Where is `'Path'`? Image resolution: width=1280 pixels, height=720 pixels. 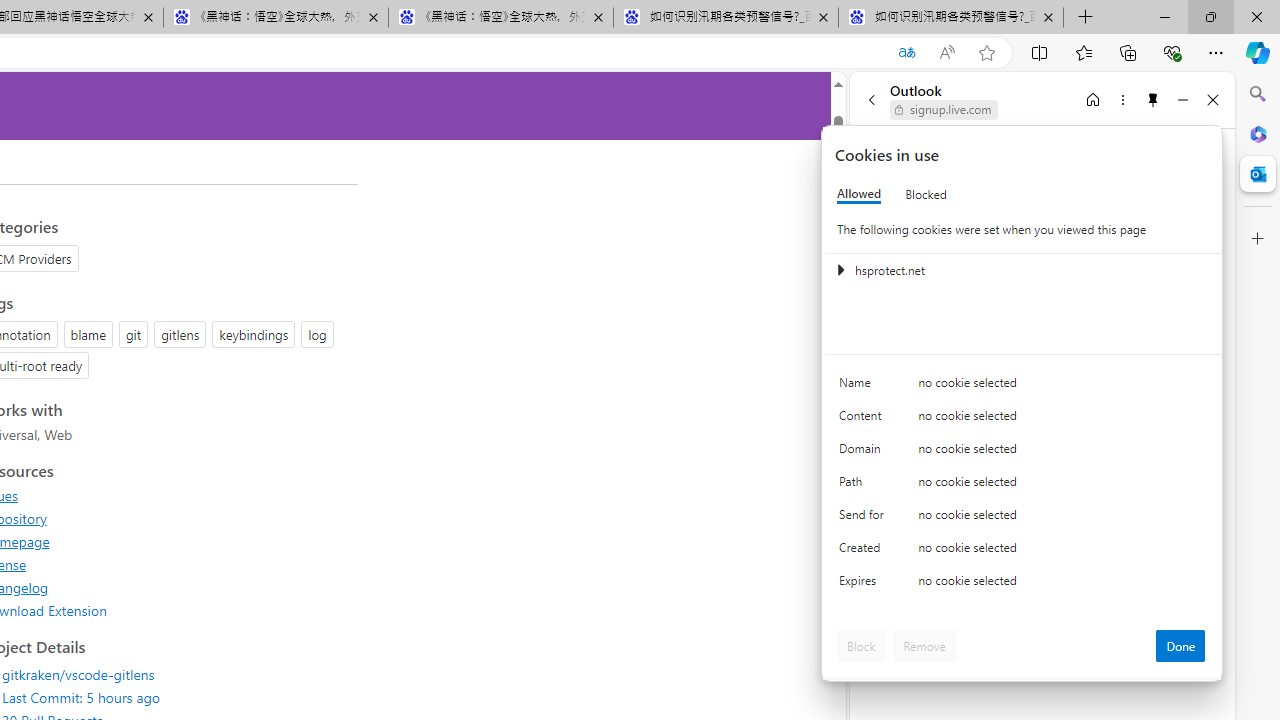 'Path' is located at coordinates (865, 486).